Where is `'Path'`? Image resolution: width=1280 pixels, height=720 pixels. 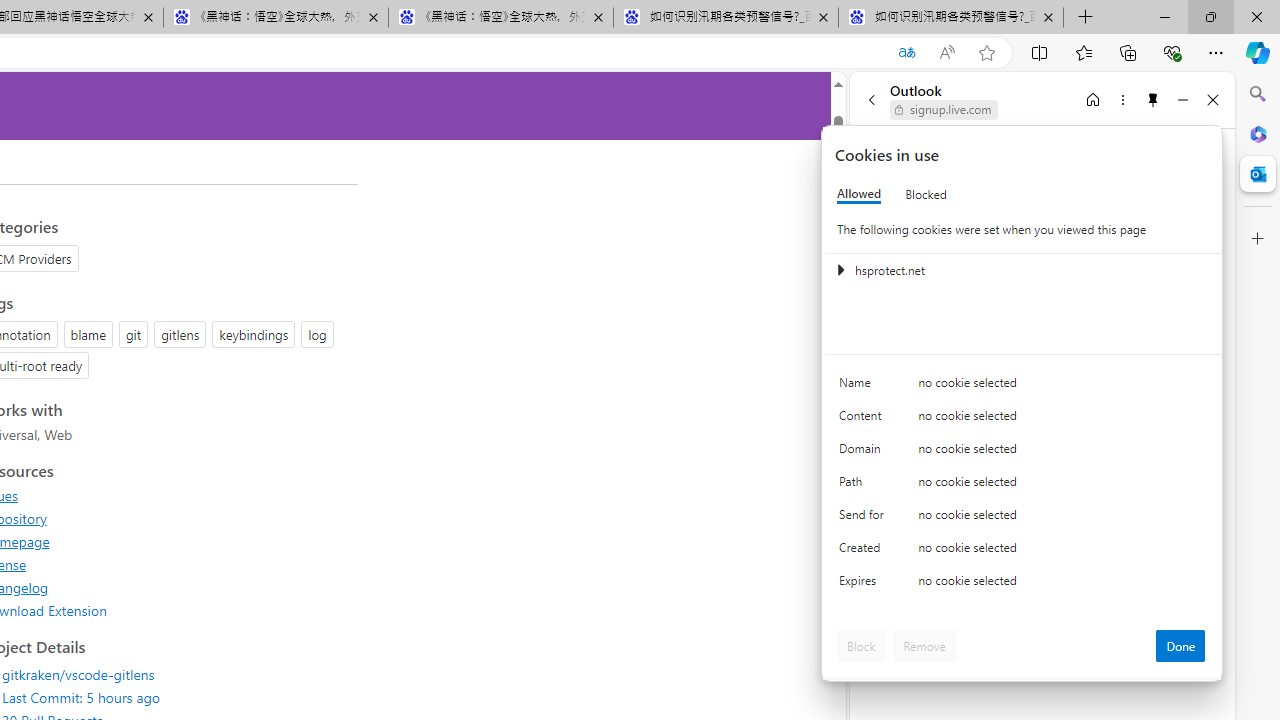 'Path' is located at coordinates (865, 486).